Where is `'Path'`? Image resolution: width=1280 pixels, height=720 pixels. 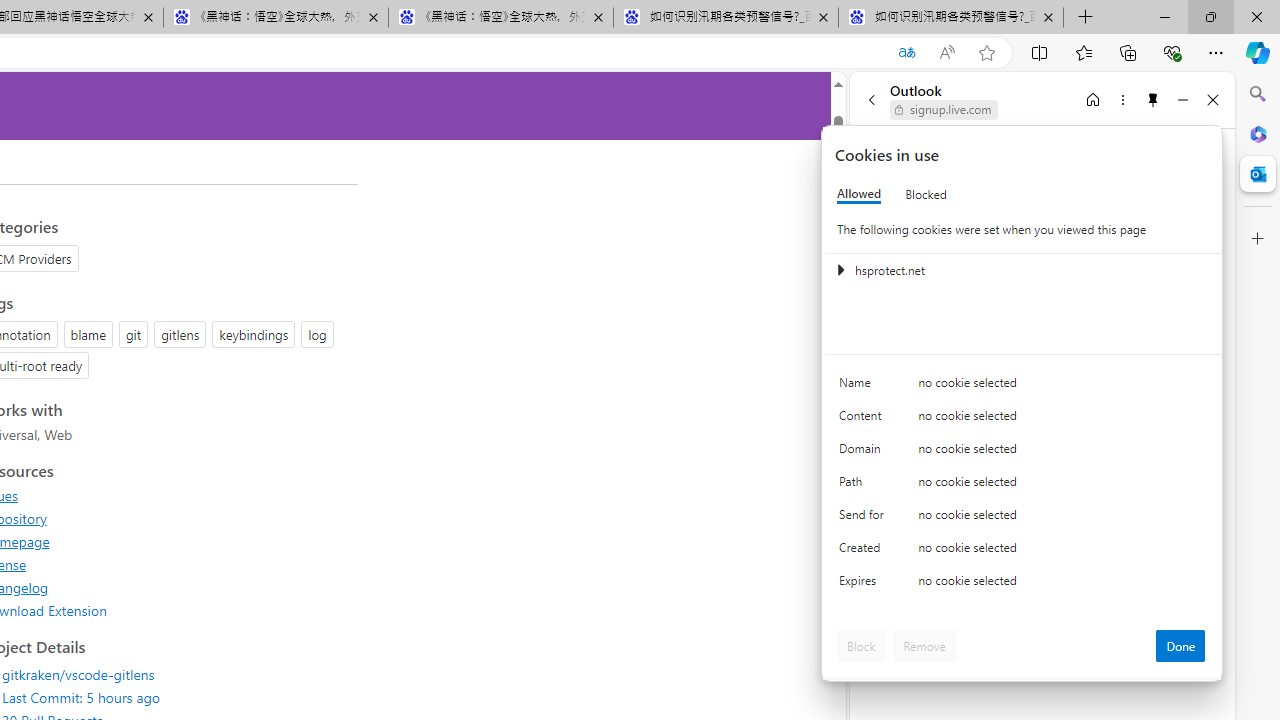 'Path' is located at coordinates (865, 486).